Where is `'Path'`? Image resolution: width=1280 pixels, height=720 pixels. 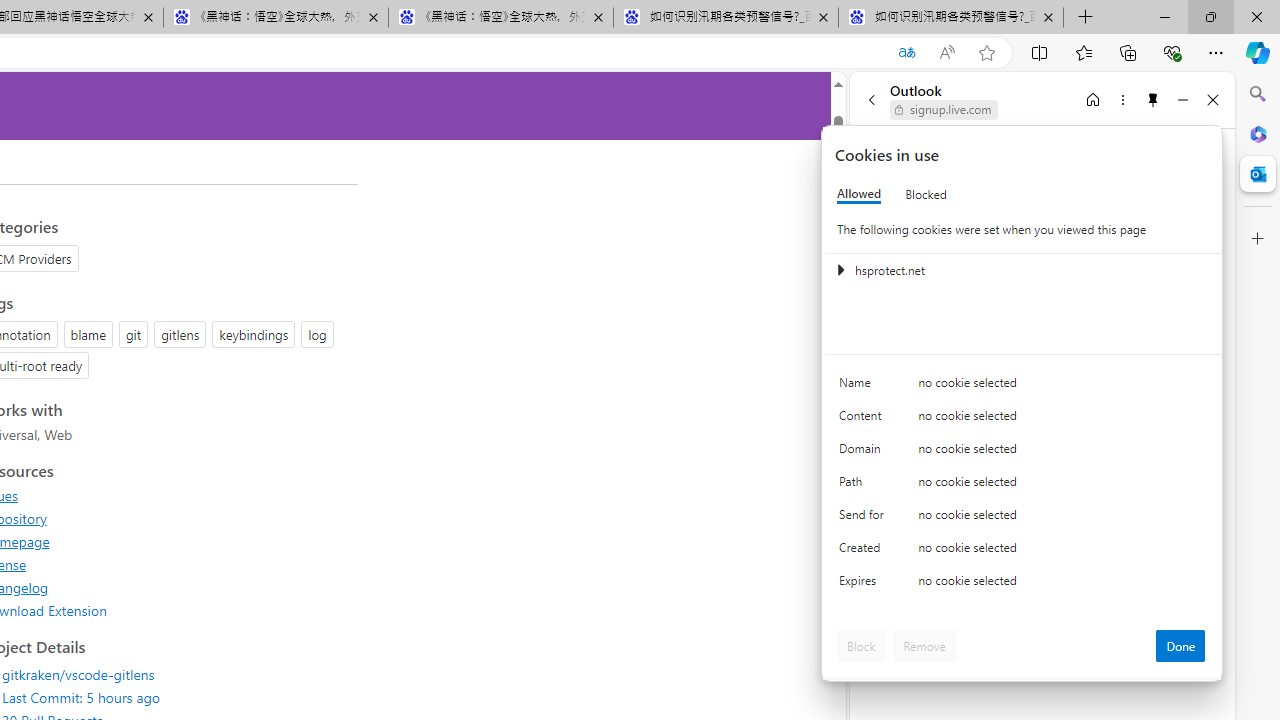 'Path' is located at coordinates (865, 486).